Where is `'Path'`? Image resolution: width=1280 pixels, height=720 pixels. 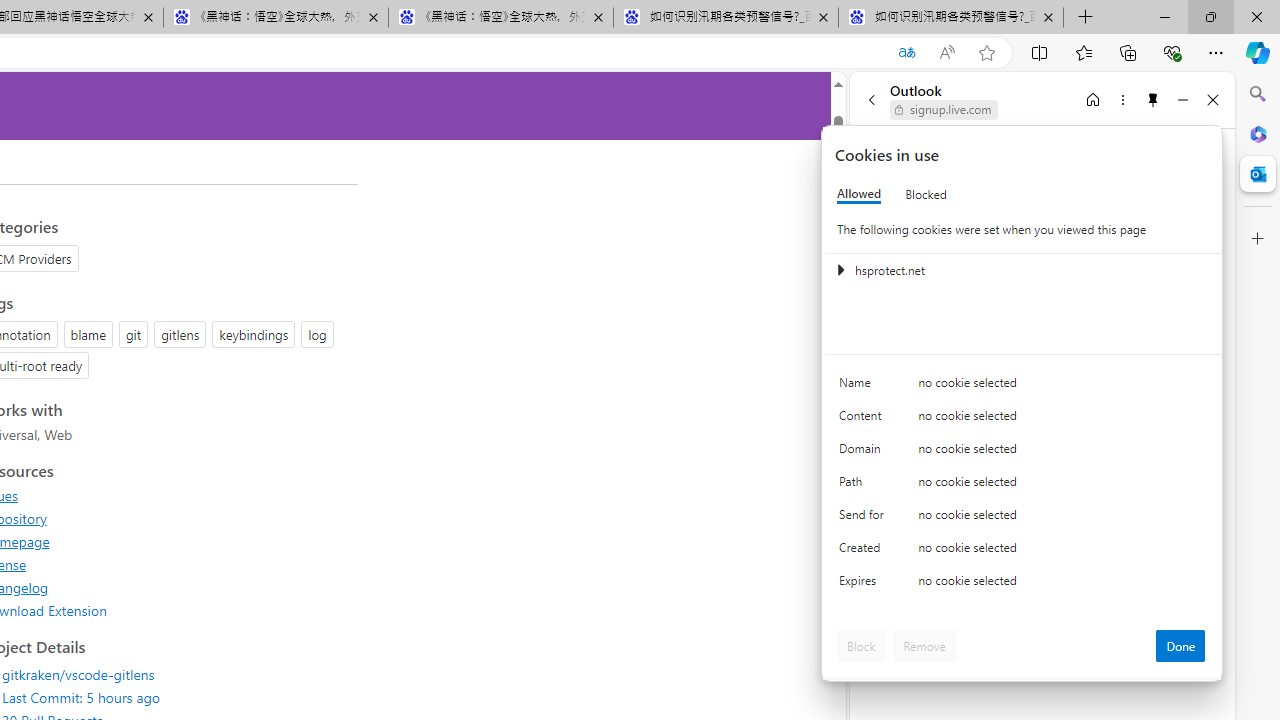 'Path' is located at coordinates (865, 486).